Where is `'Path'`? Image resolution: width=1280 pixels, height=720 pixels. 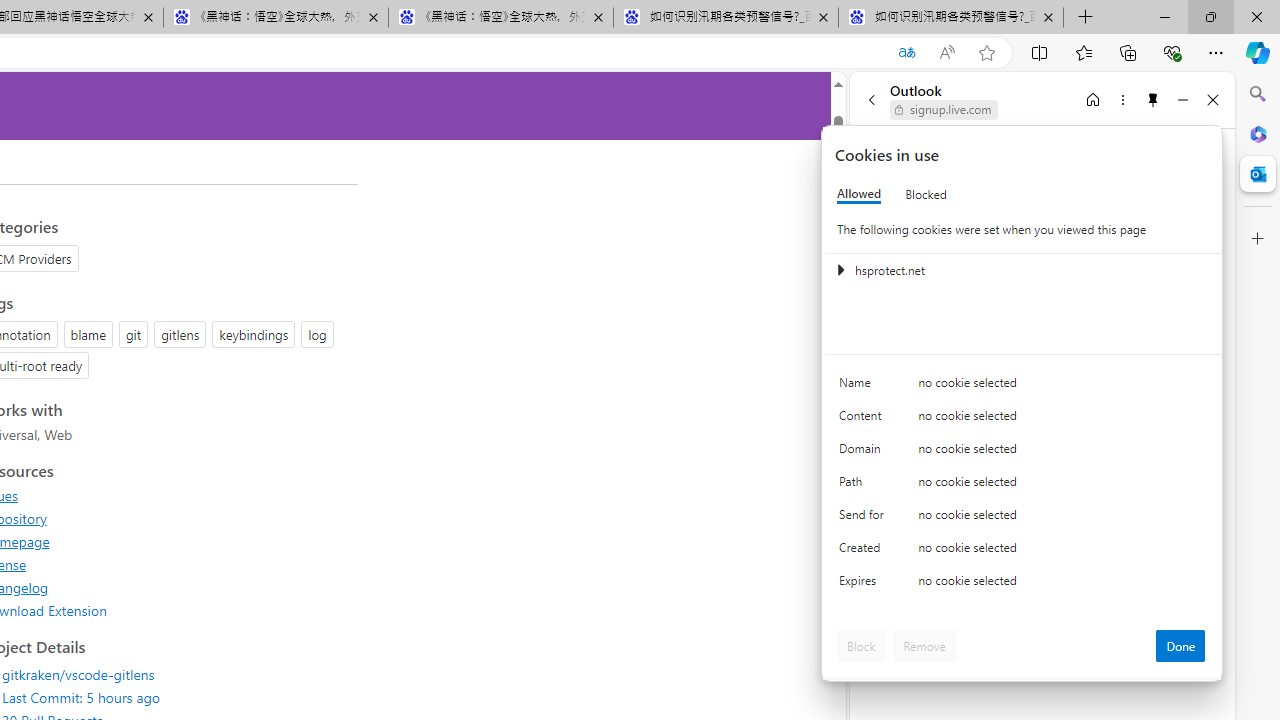 'Path' is located at coordinates (865, 486).